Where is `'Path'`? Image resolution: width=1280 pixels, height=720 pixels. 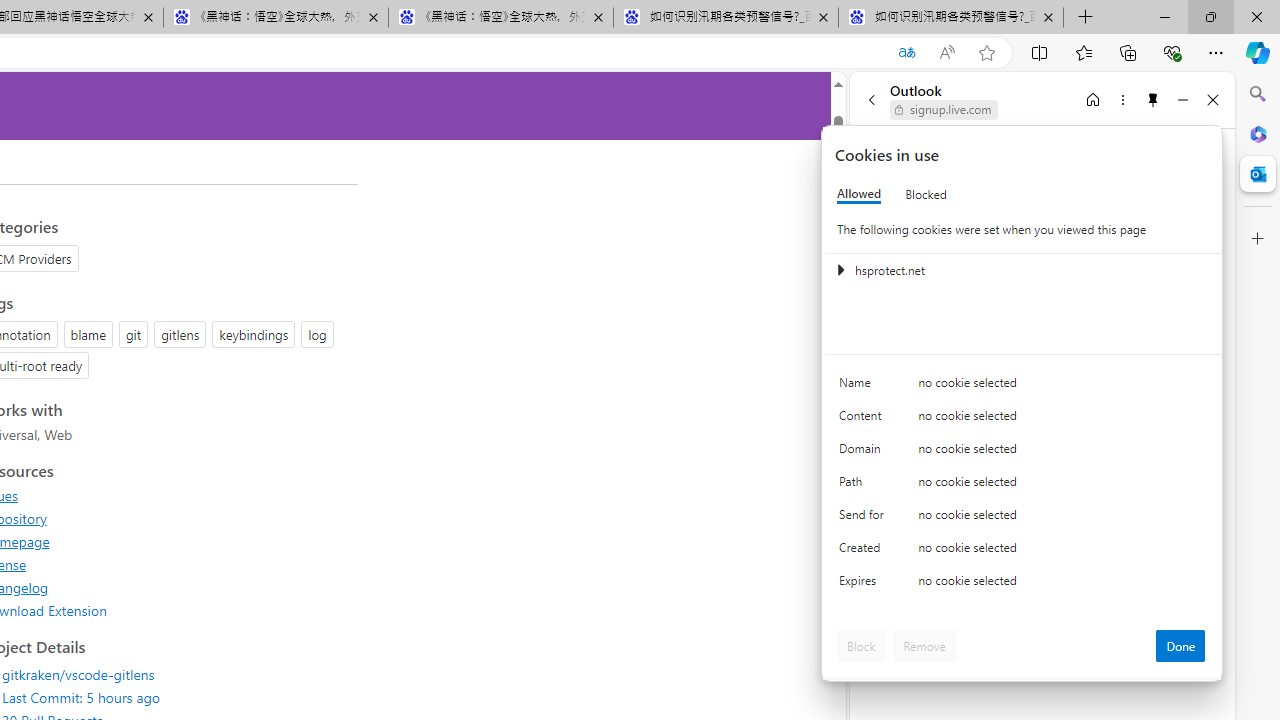 'Path' is located at coordinates (865, 486).